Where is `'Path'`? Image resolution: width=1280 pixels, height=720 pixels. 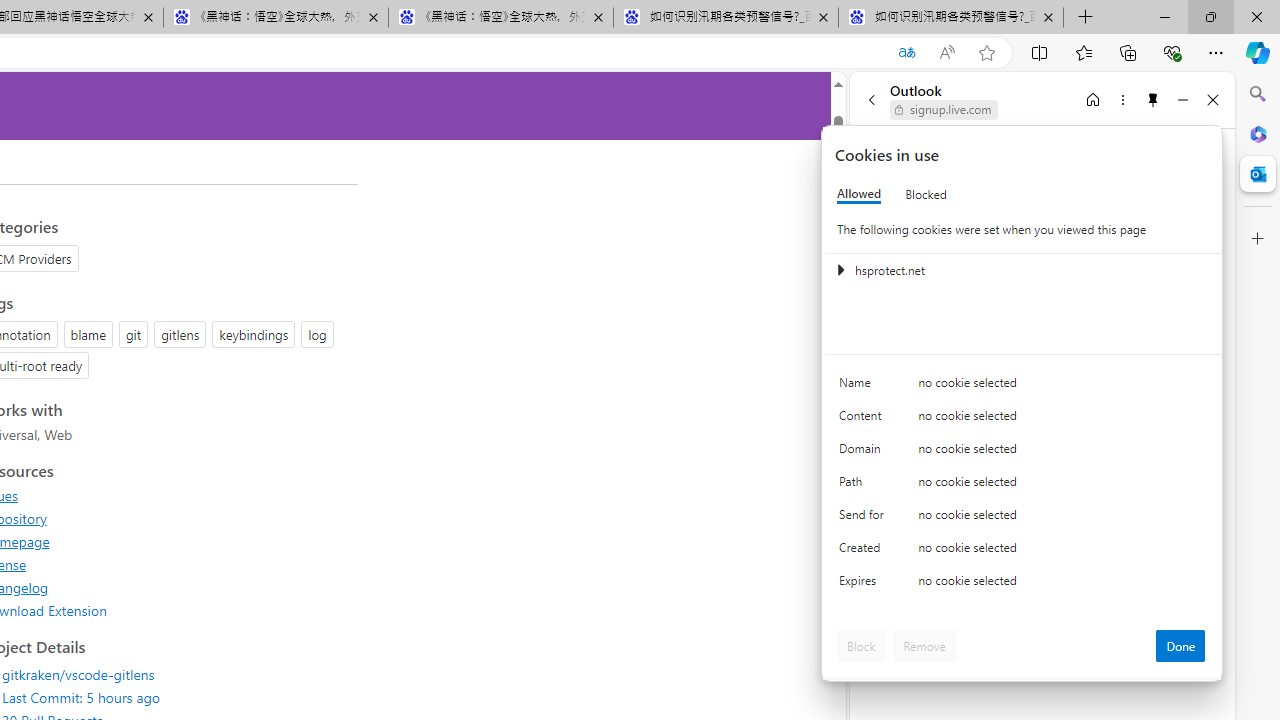 'Path' is located at coordinates (865, 486).